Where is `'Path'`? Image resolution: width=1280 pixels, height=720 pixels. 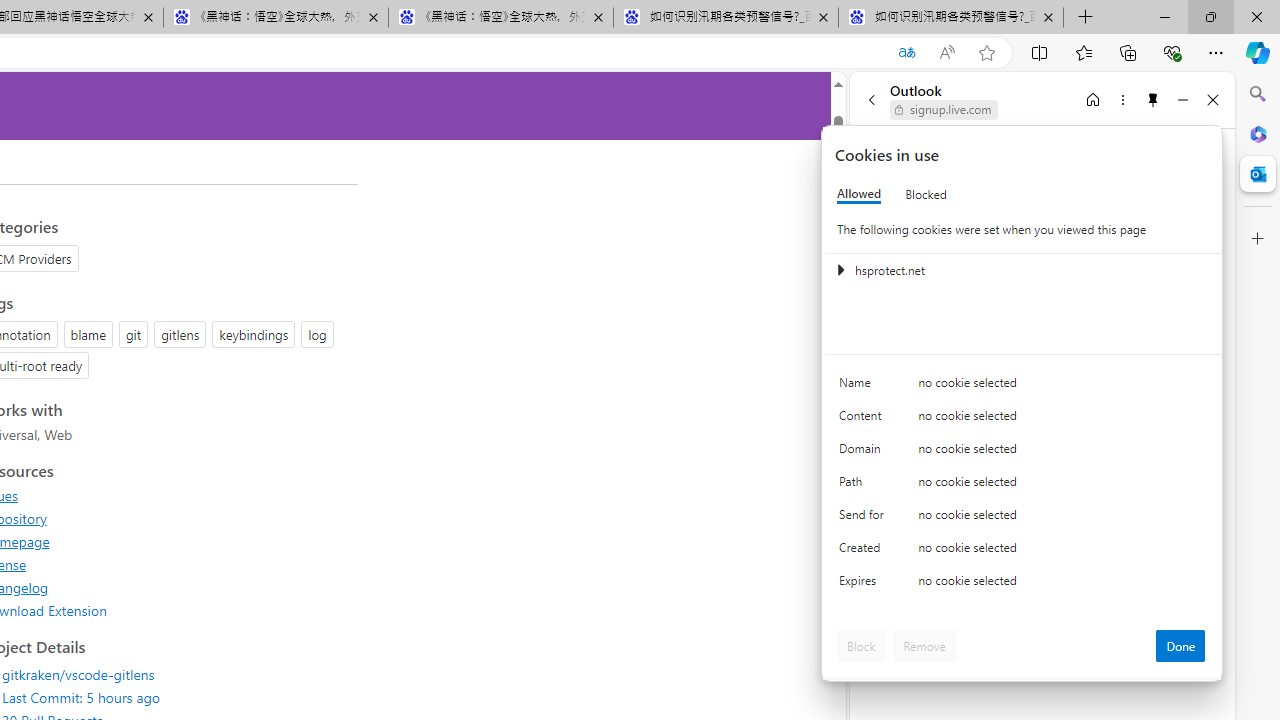 'Path' is located at coordinates (865, 486).